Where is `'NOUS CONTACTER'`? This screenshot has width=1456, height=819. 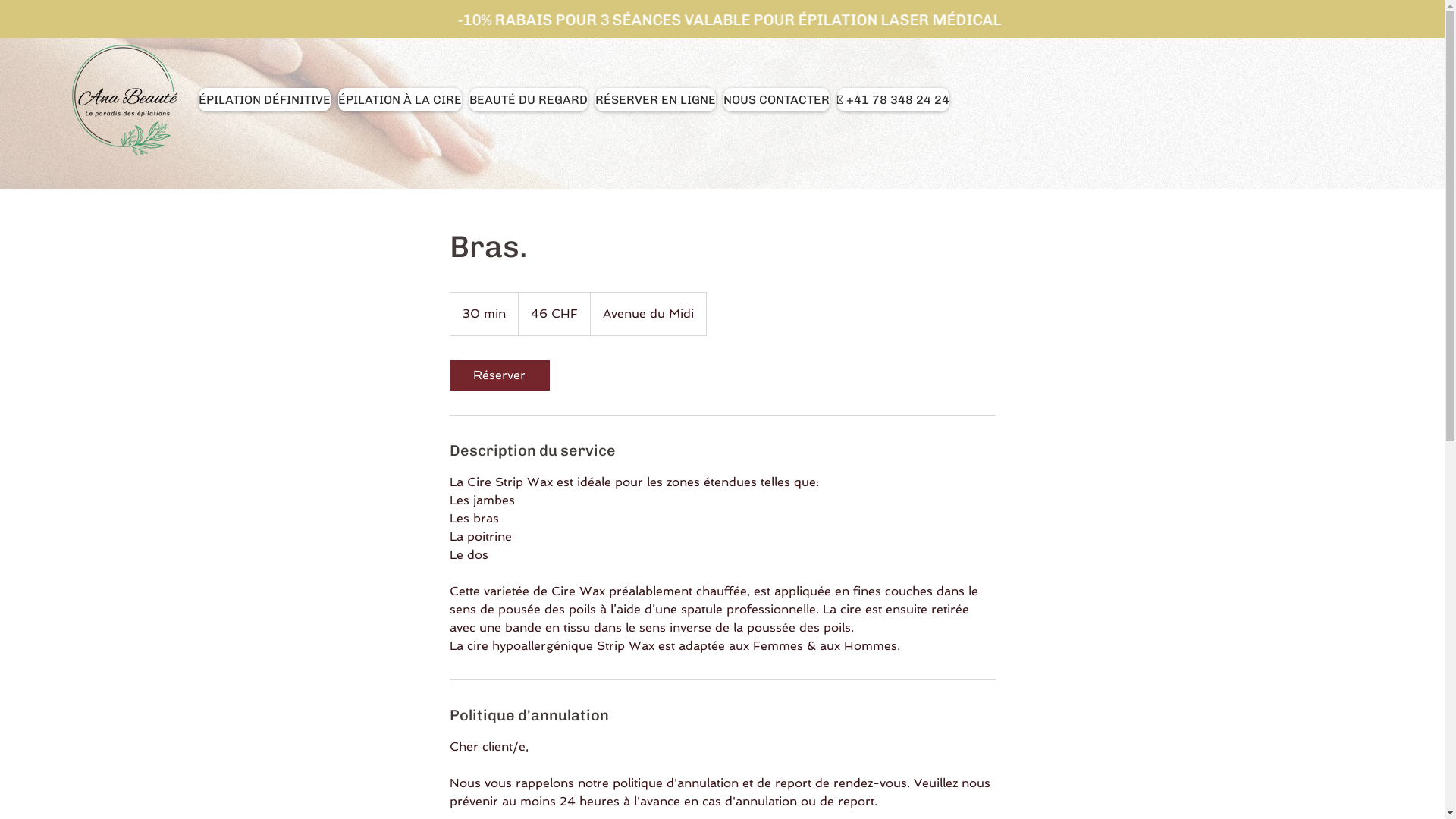
'NOUS CONTACTER' is located at coordinates (776, 99).